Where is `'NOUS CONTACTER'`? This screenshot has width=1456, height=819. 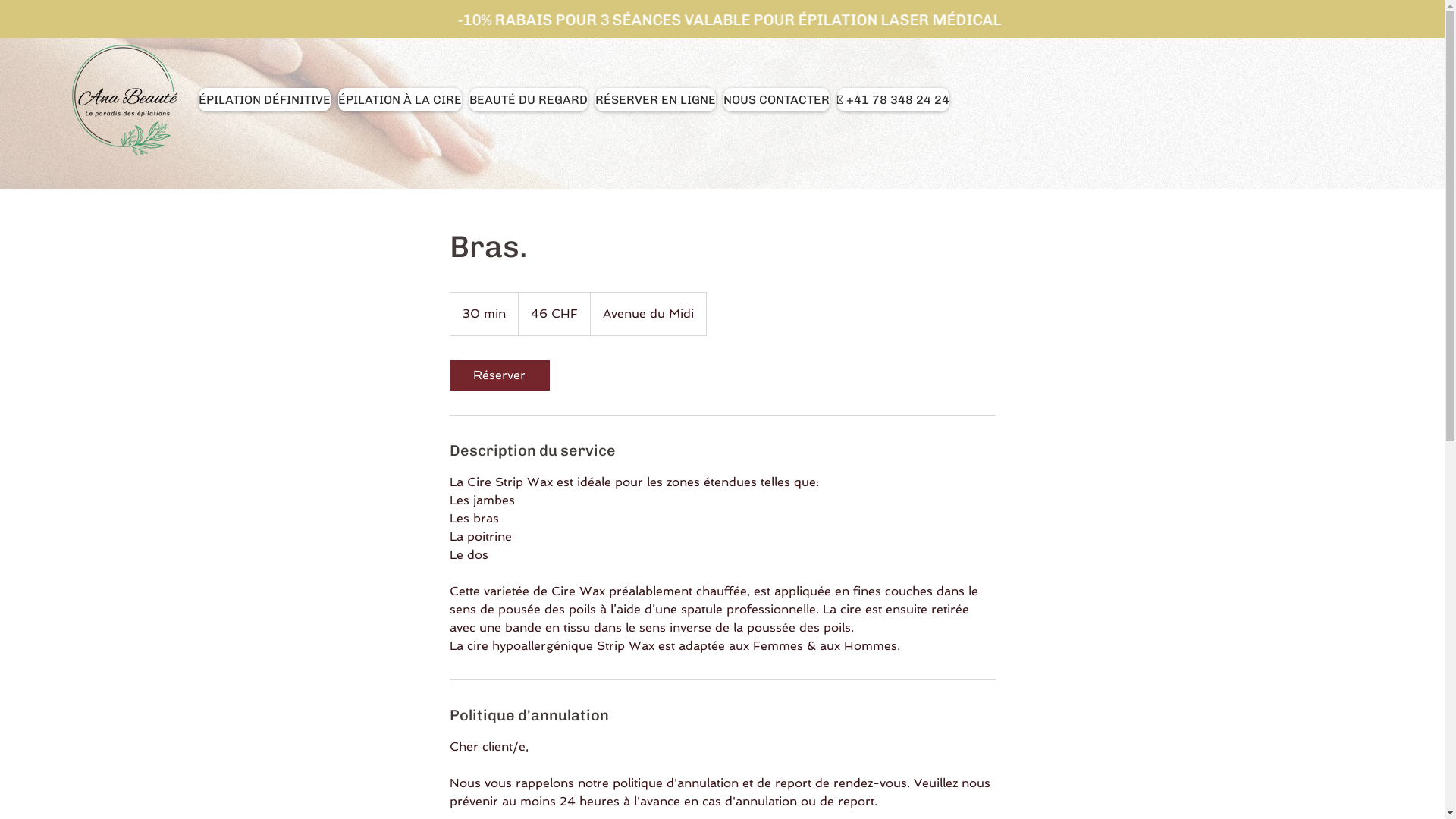
'NOUS CONTACTER' is located at coordinates (776, 99).